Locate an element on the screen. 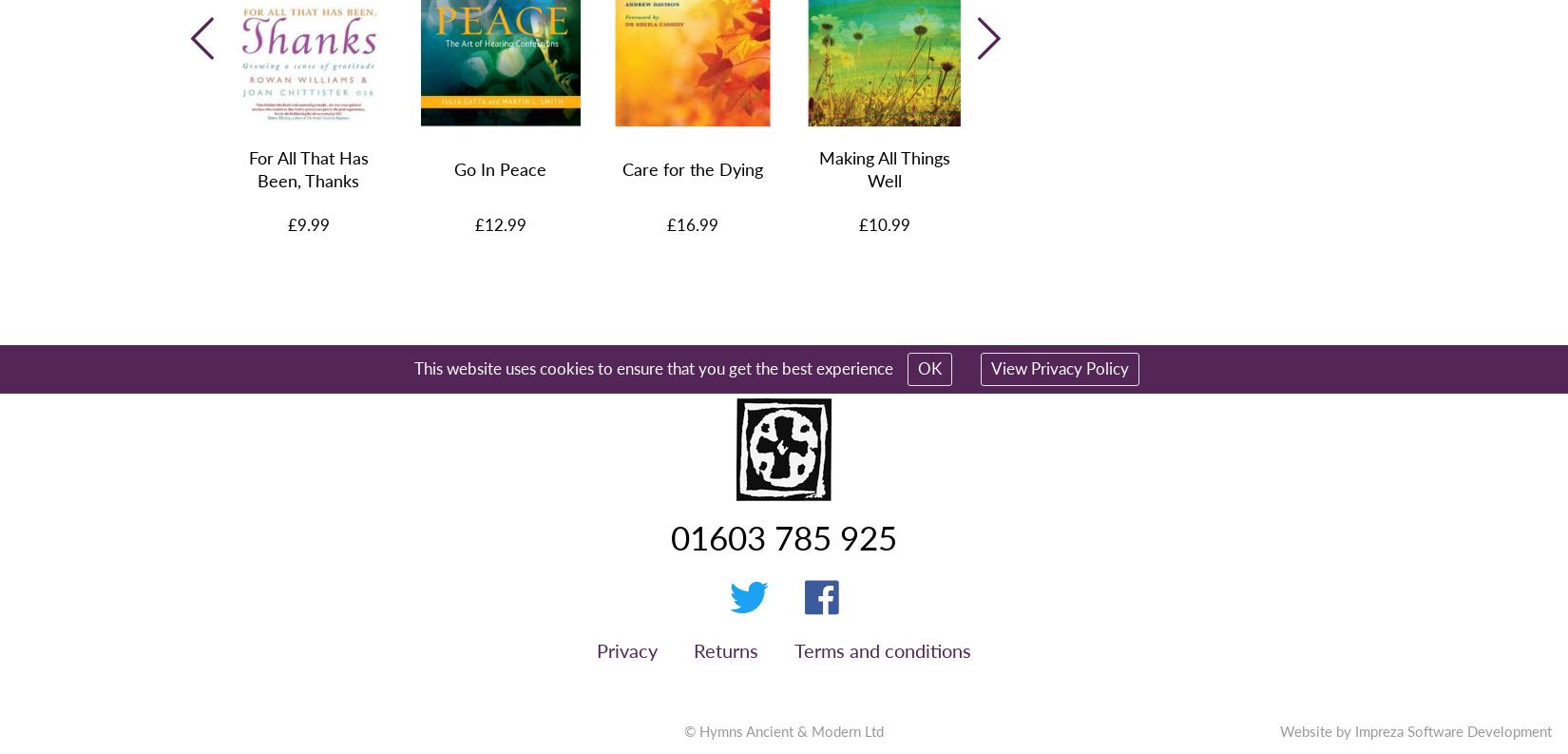 The image size is (1568, 754). 'Care for the Dying' is located at coordinates (690, 167).